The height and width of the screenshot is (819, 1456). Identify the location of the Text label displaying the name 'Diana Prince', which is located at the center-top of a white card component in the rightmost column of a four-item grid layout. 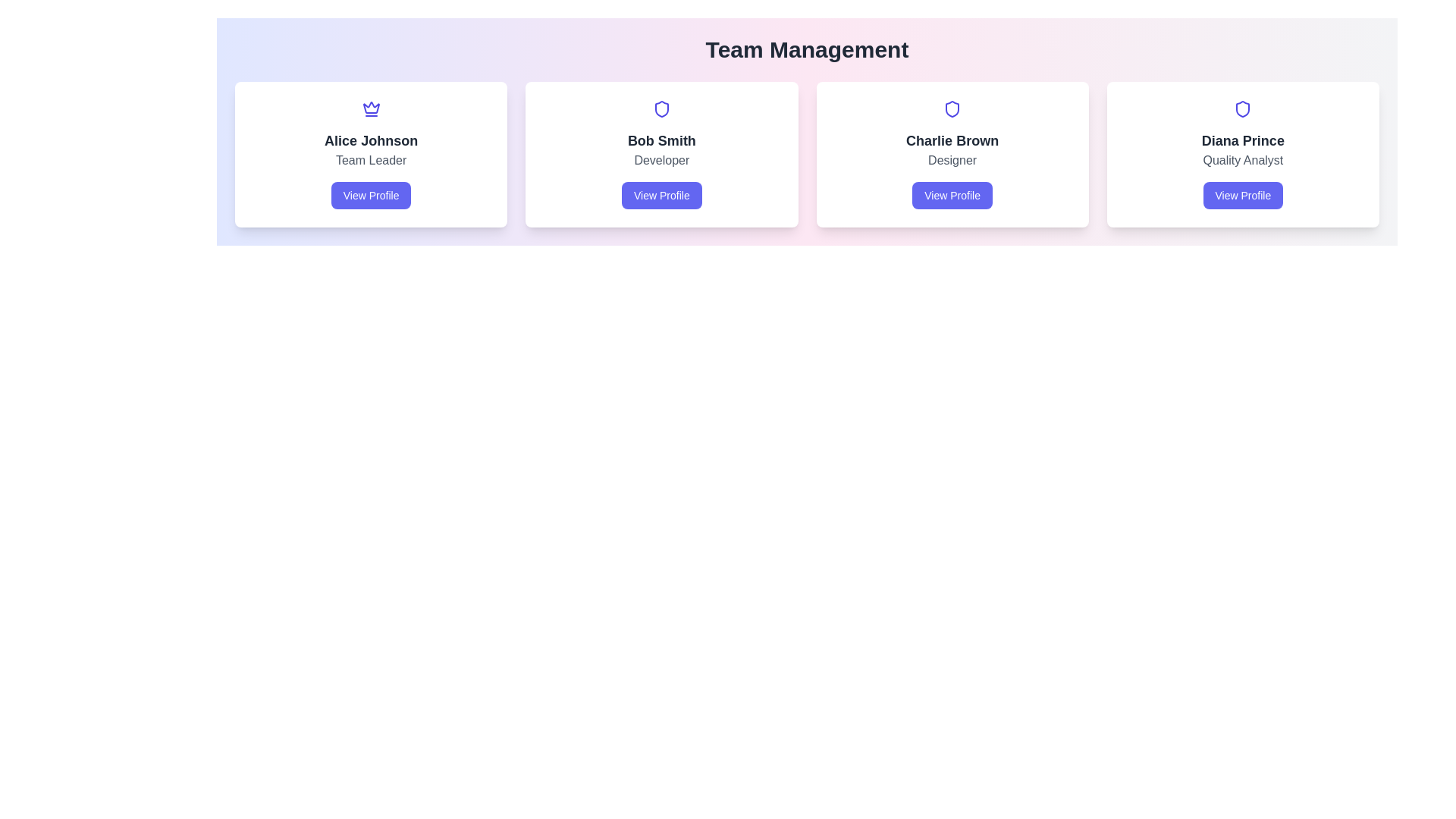
(1243, 140).